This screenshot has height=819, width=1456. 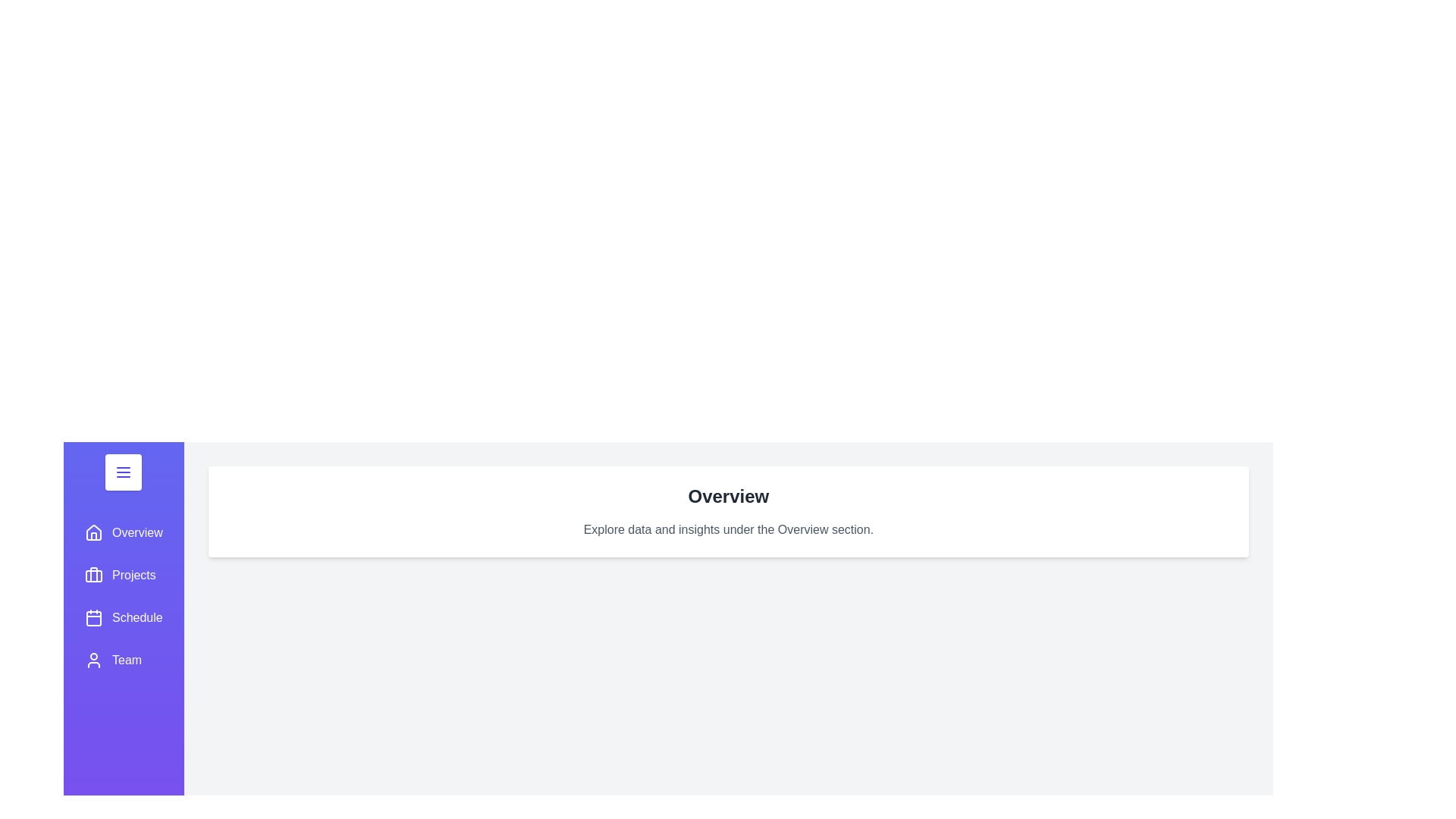 What do you see at coordinates (124, 576) in the screenshot?
I see `the section Projects from the sidebar` at bounding box center [124, 576].